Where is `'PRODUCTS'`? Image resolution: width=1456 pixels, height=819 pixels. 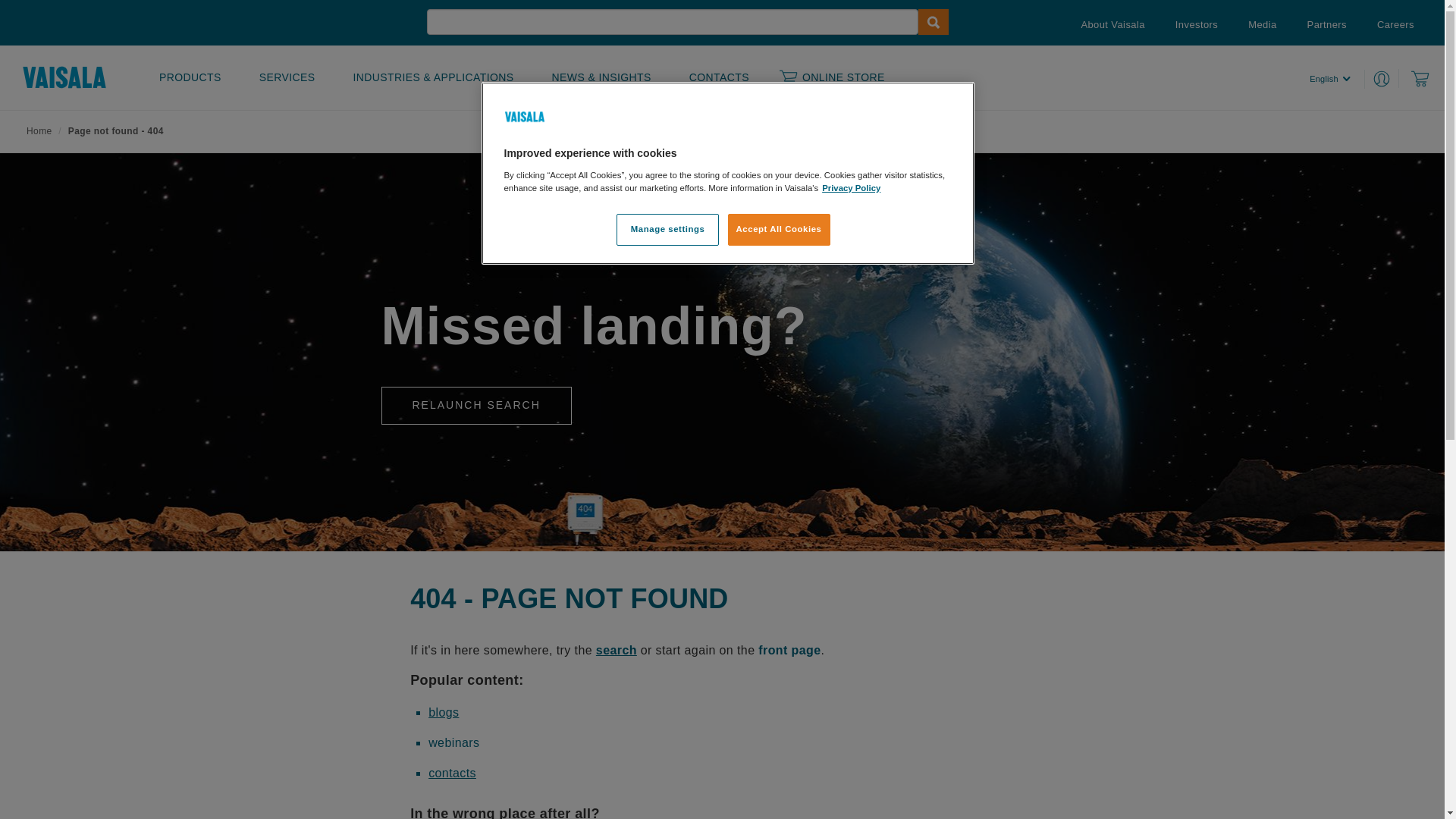
'PRODUCTS' is located at coordinates (189, 77).